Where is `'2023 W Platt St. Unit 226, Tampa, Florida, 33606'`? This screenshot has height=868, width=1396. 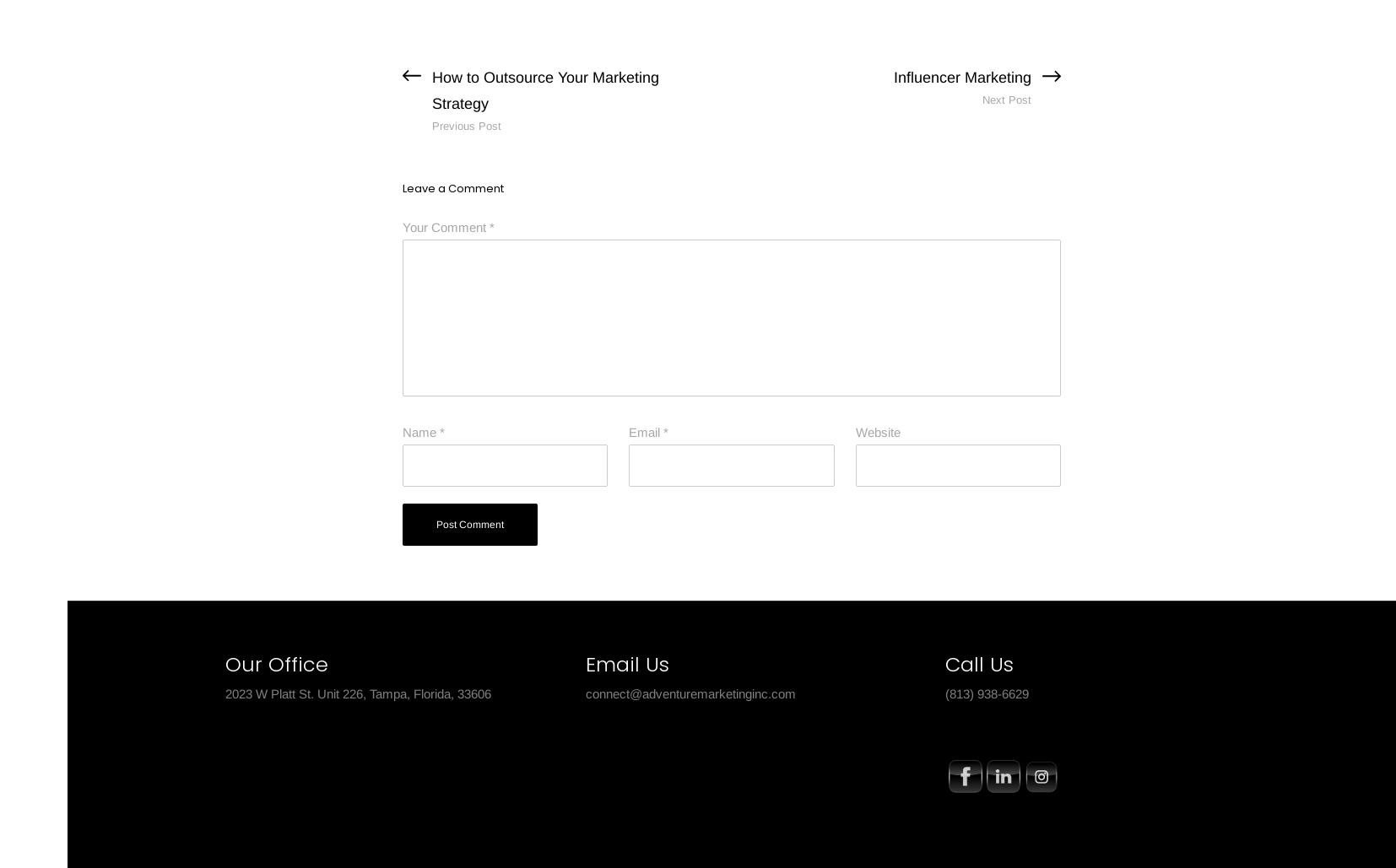
'2023 W Platt St. Unit 226, Tampa, Florida, 33606' is located at coordinates (358, 692).